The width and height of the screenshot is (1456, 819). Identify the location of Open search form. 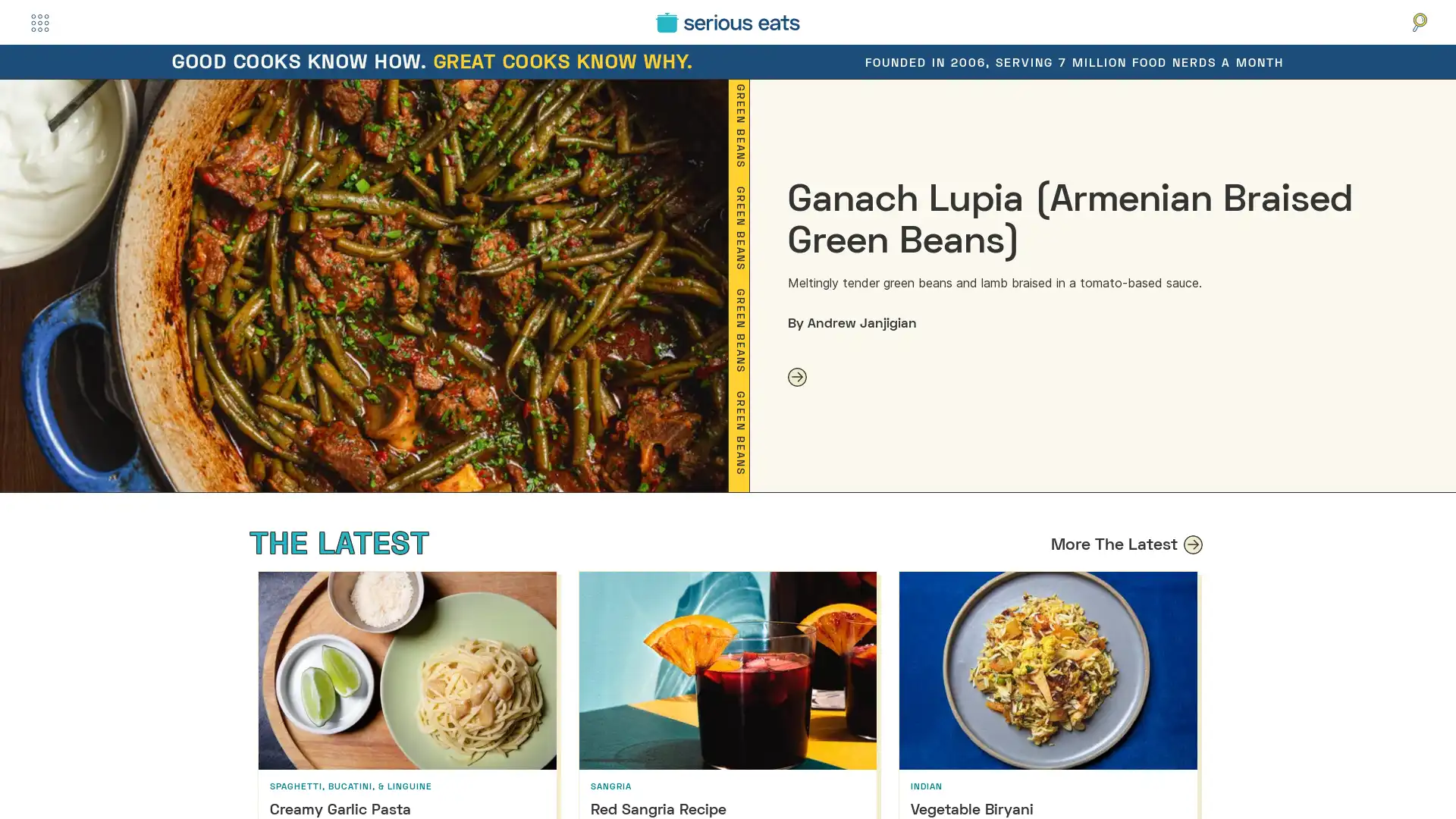
(1419, 22).